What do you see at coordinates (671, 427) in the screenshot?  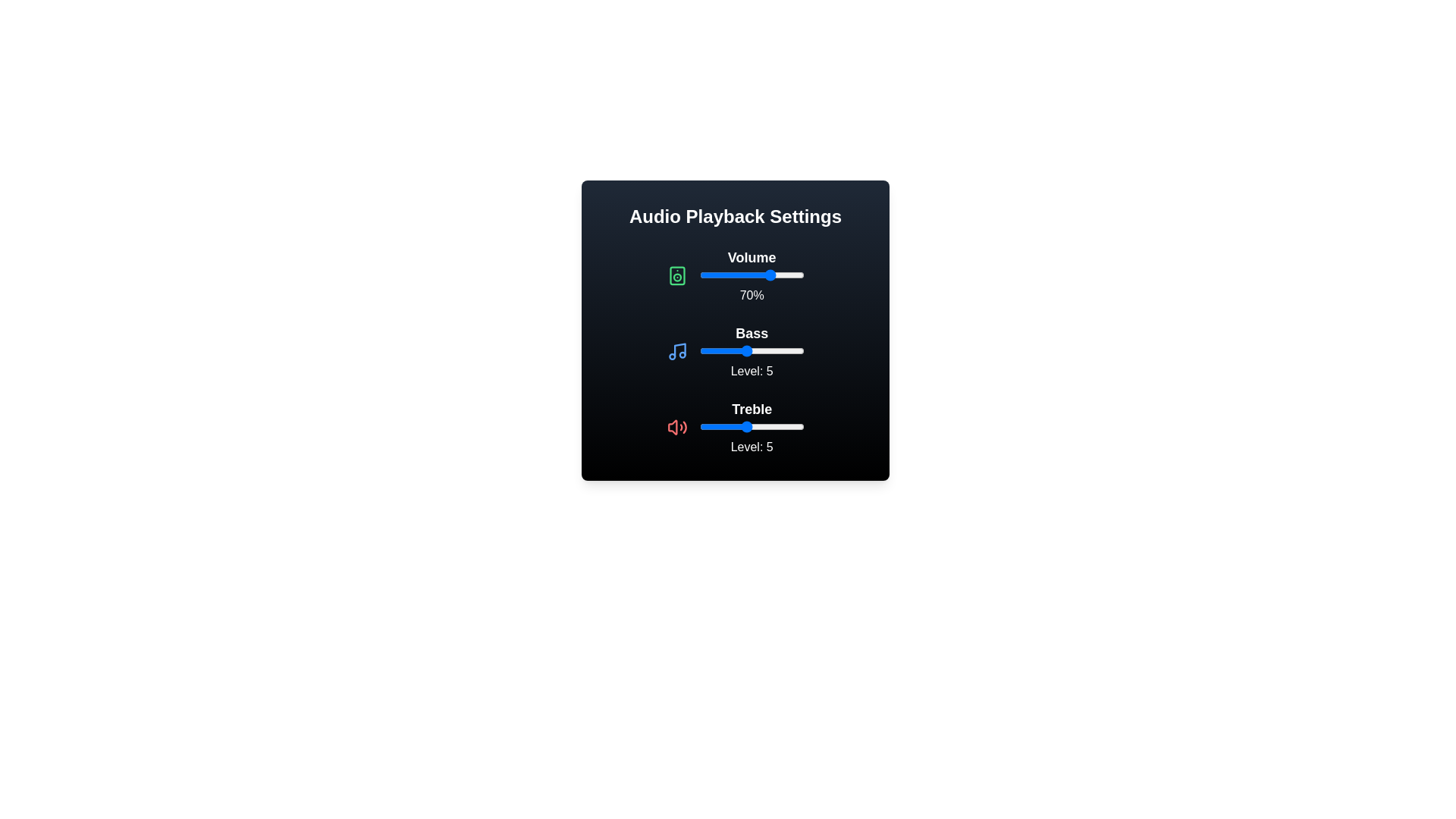 I see `the speaker icon located in the bottom-left quadrant of the 'Audio Playback Settings' panel for further interaction` at bounding box center [671, 427].